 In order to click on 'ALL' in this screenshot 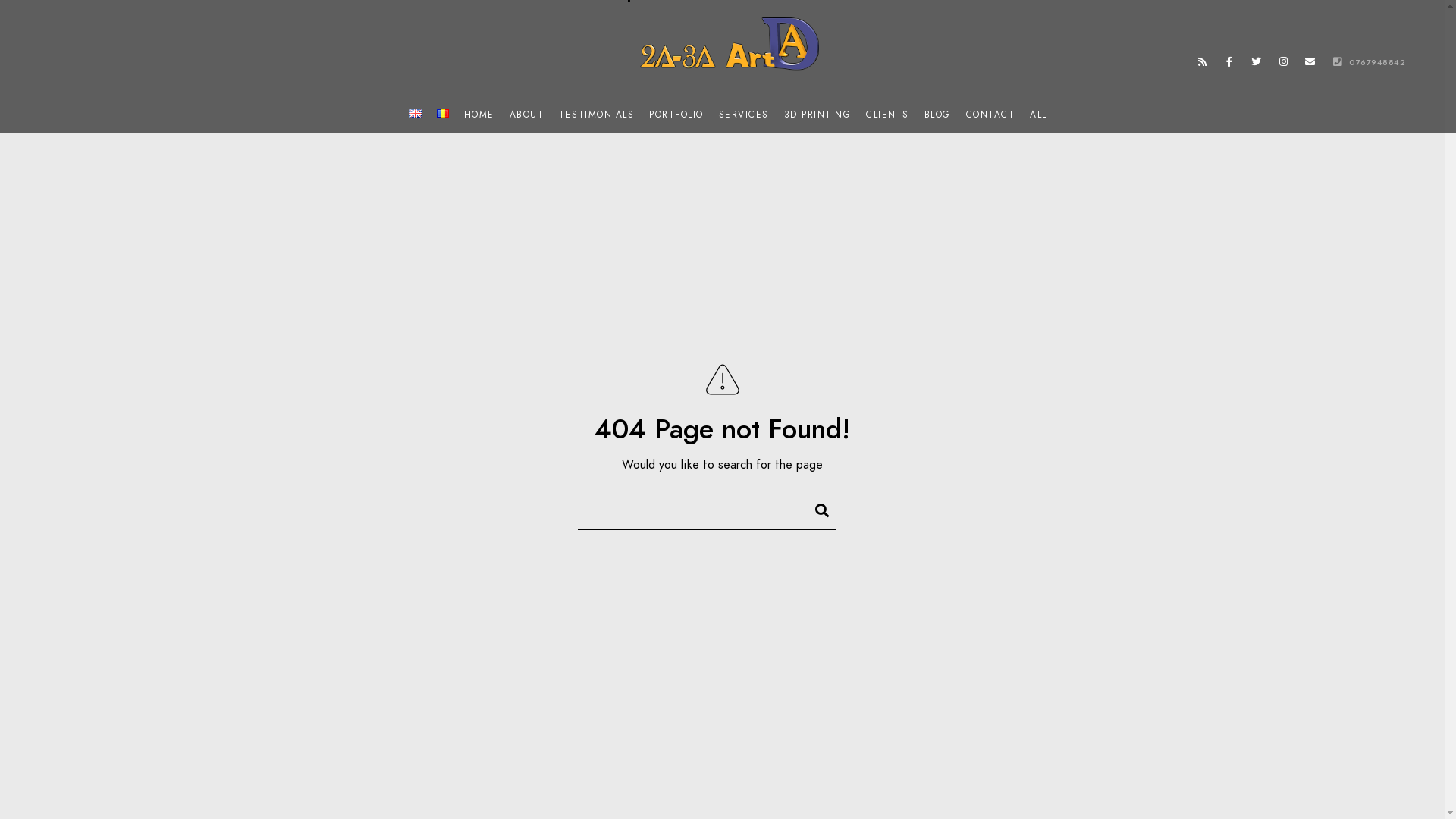, I will do `click(1037, 113)`.